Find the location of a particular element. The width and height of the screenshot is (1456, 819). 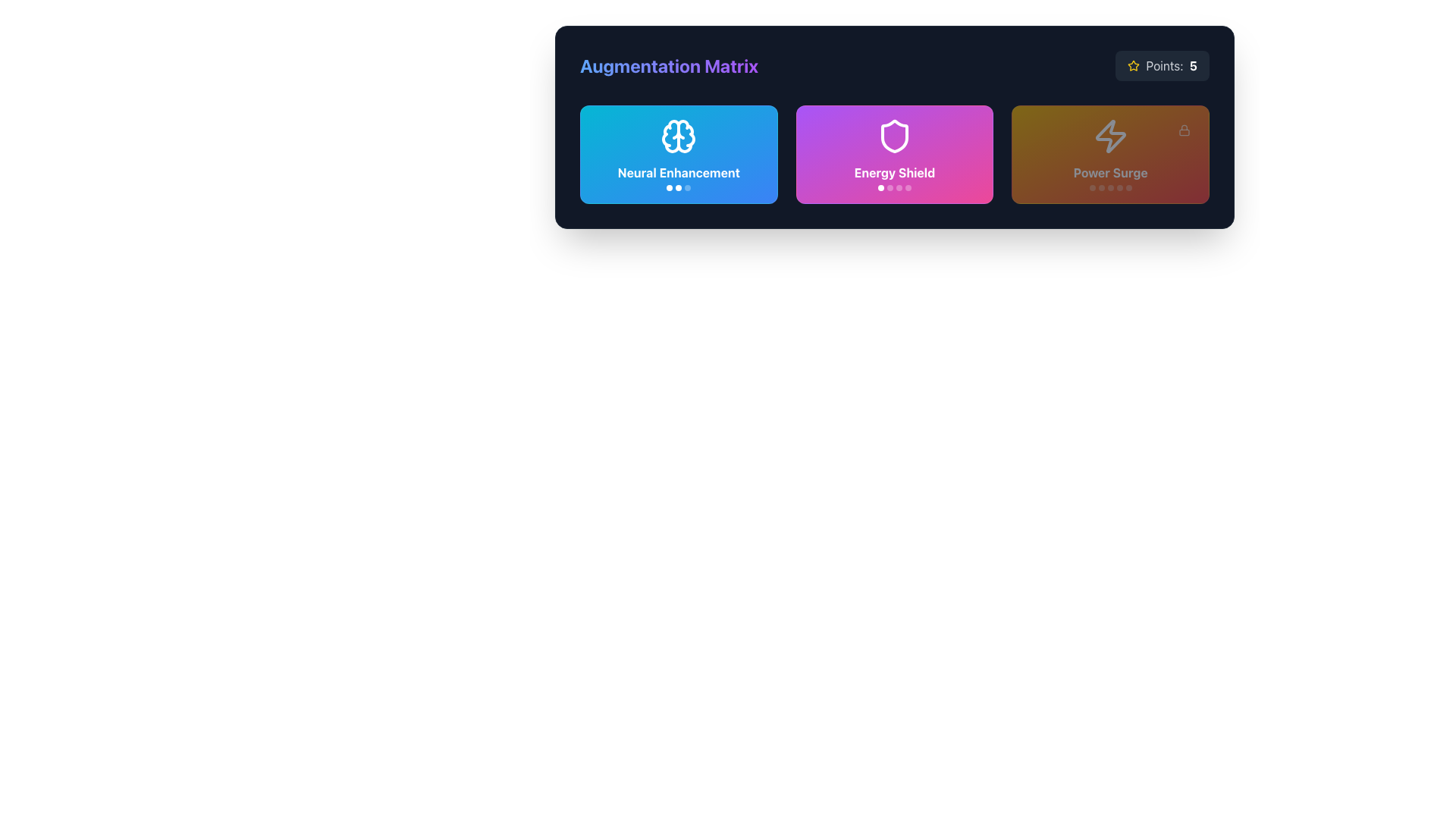

the brain icon with white strokes on a blue background, located at the top center of the 'Neural Enhancement' card in the 'Augmentation Matrix' section is located at coordinates (678, 136).